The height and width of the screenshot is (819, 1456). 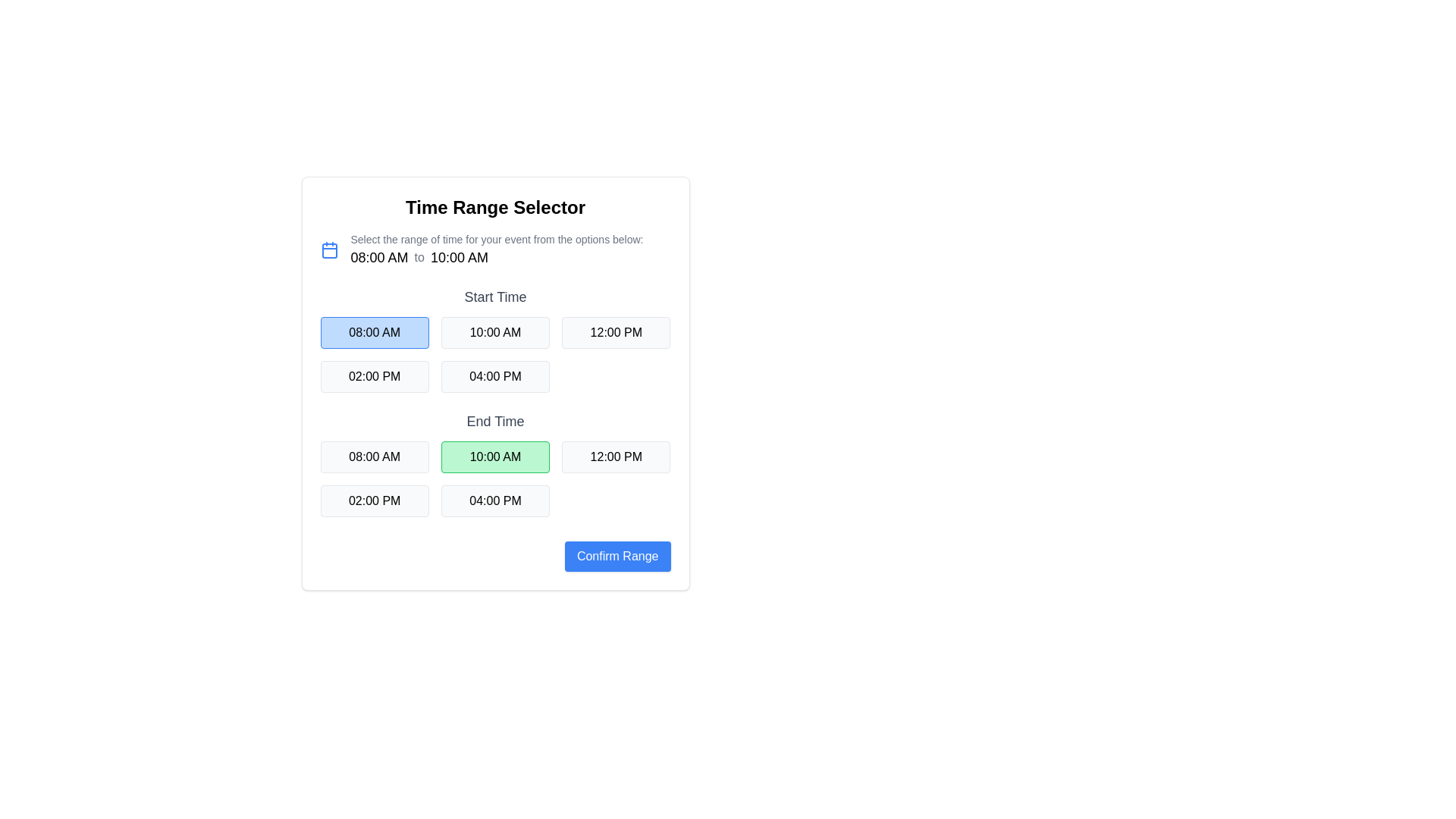 What do you see at coordinates (495, 332) in the screenshot?
I see `the button that allows users to select '10:00 AM' in the time range selection interface to trigger a hover effect` at bounding box center [495, 332].